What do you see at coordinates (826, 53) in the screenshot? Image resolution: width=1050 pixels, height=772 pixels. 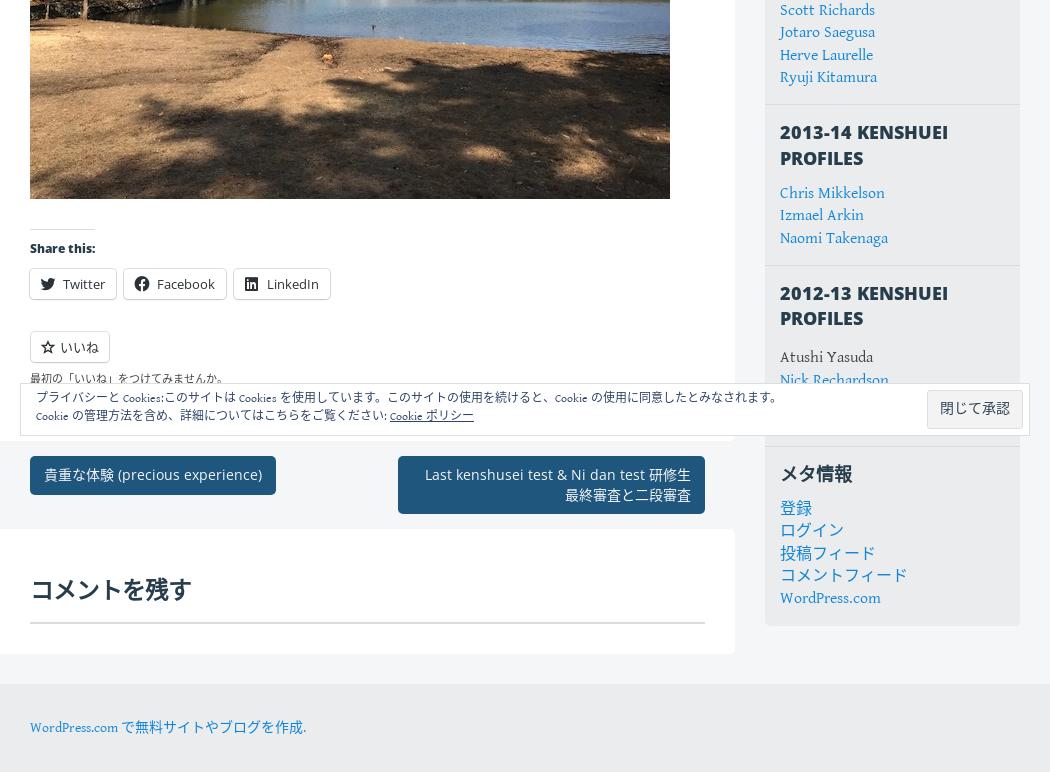 I see `'Herve Laurelle'` at bounding box center [826, 53].